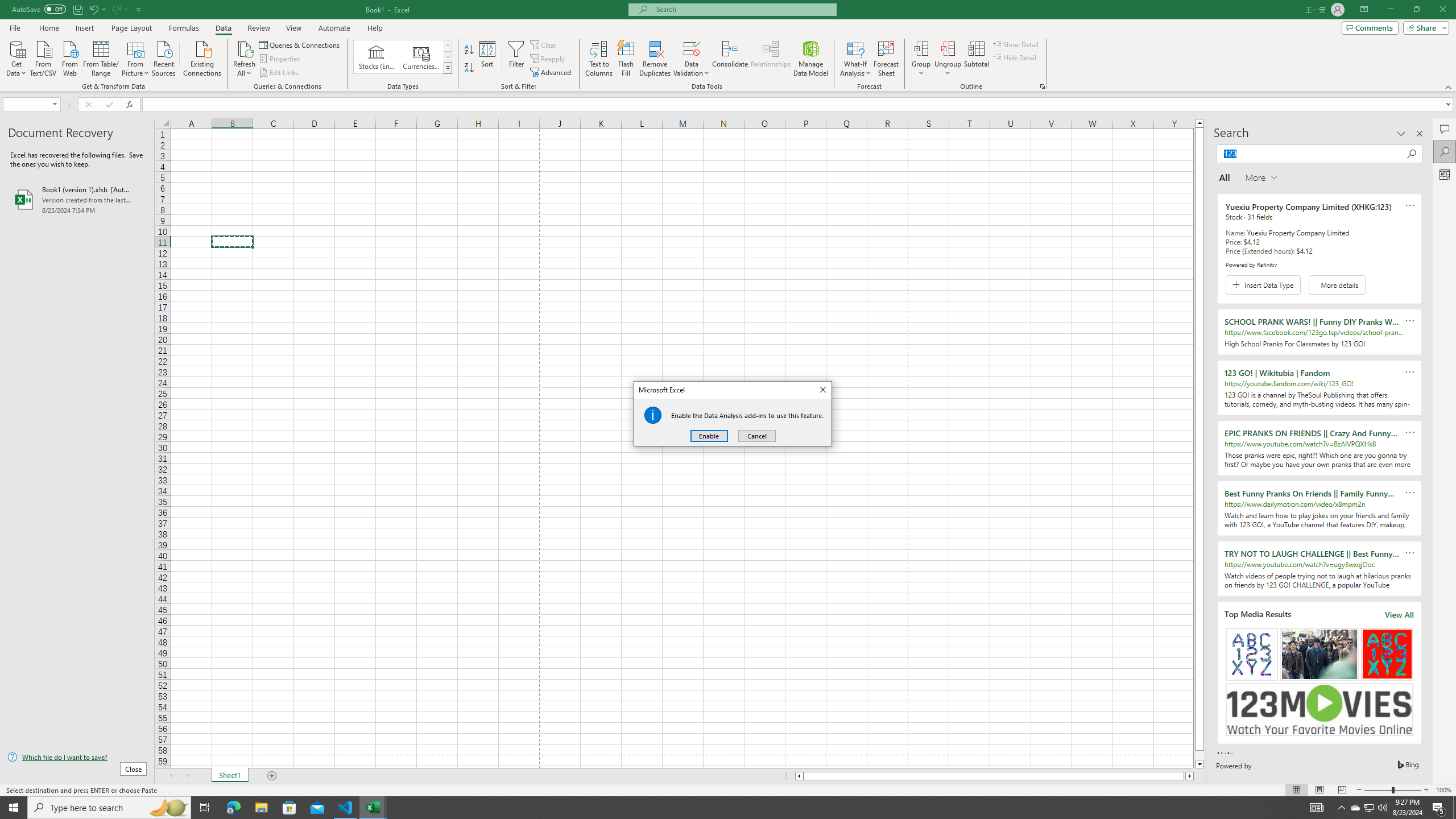  What do you see at coordinates (1381, 806) in the screenshot?
I see `'Q2790: 100%'` at bounding box center [1381, 806].